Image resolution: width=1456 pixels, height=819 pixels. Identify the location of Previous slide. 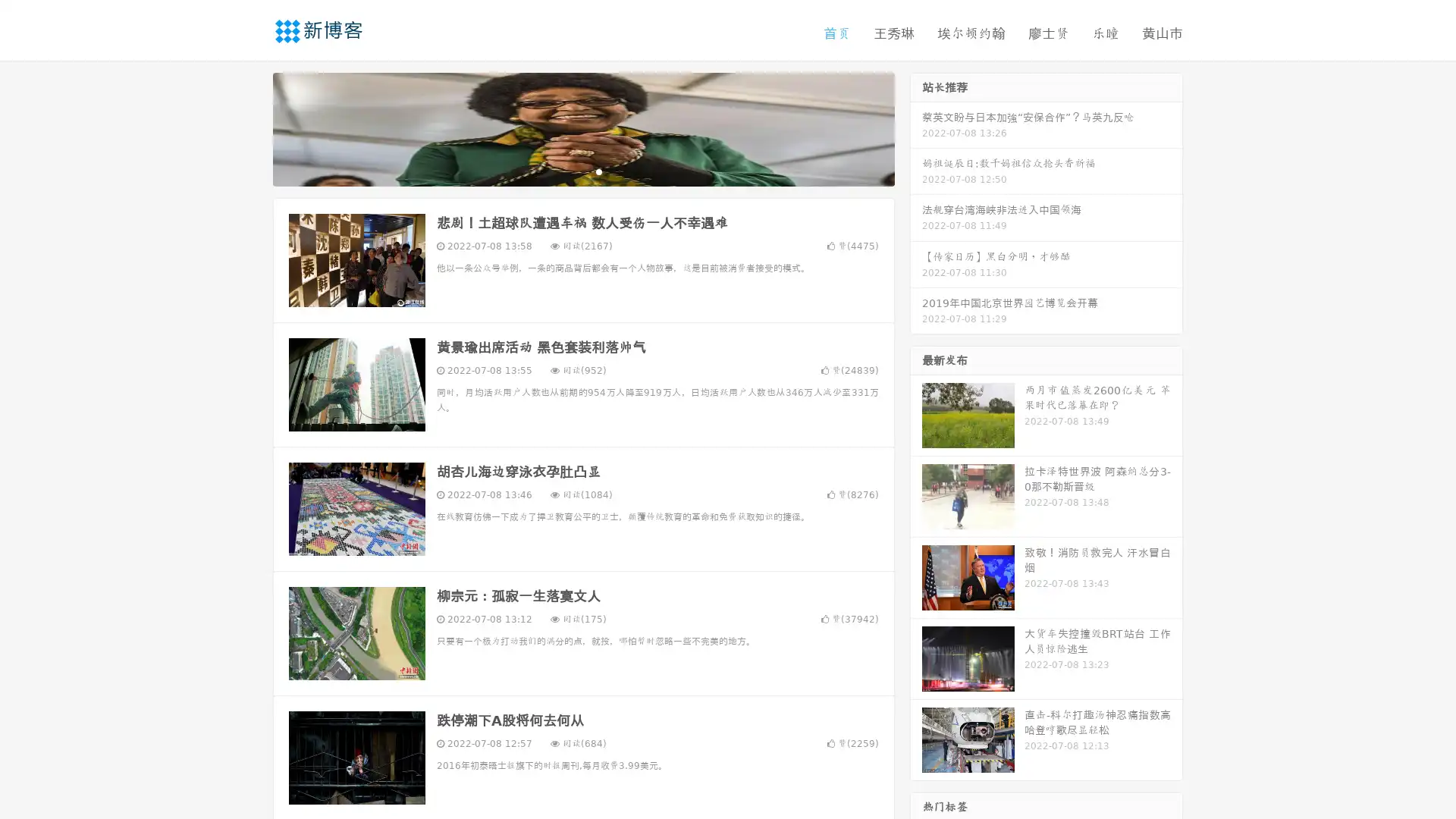
(250, 127).